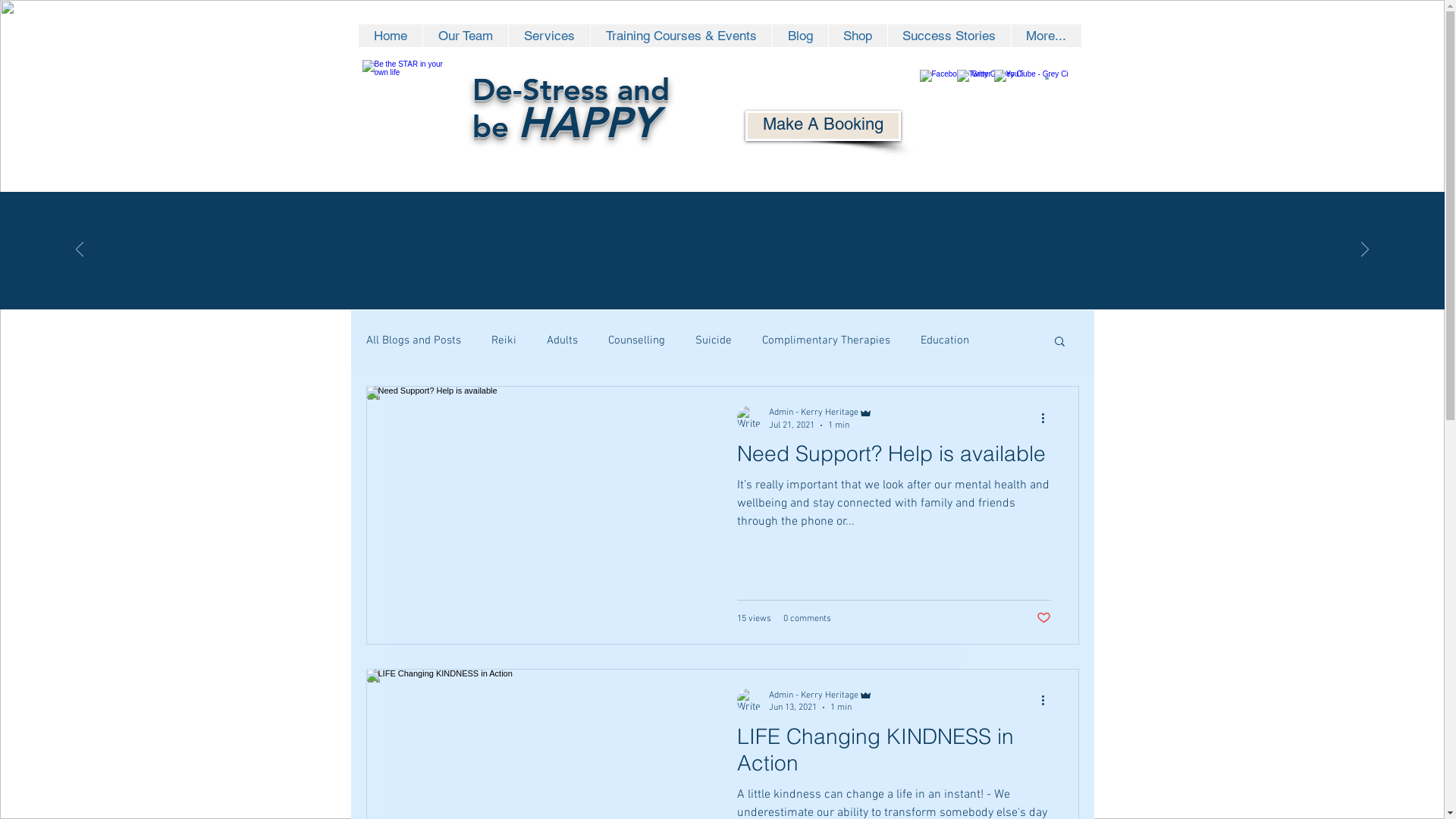  I want to click on 'Adults', so click(546, 339).